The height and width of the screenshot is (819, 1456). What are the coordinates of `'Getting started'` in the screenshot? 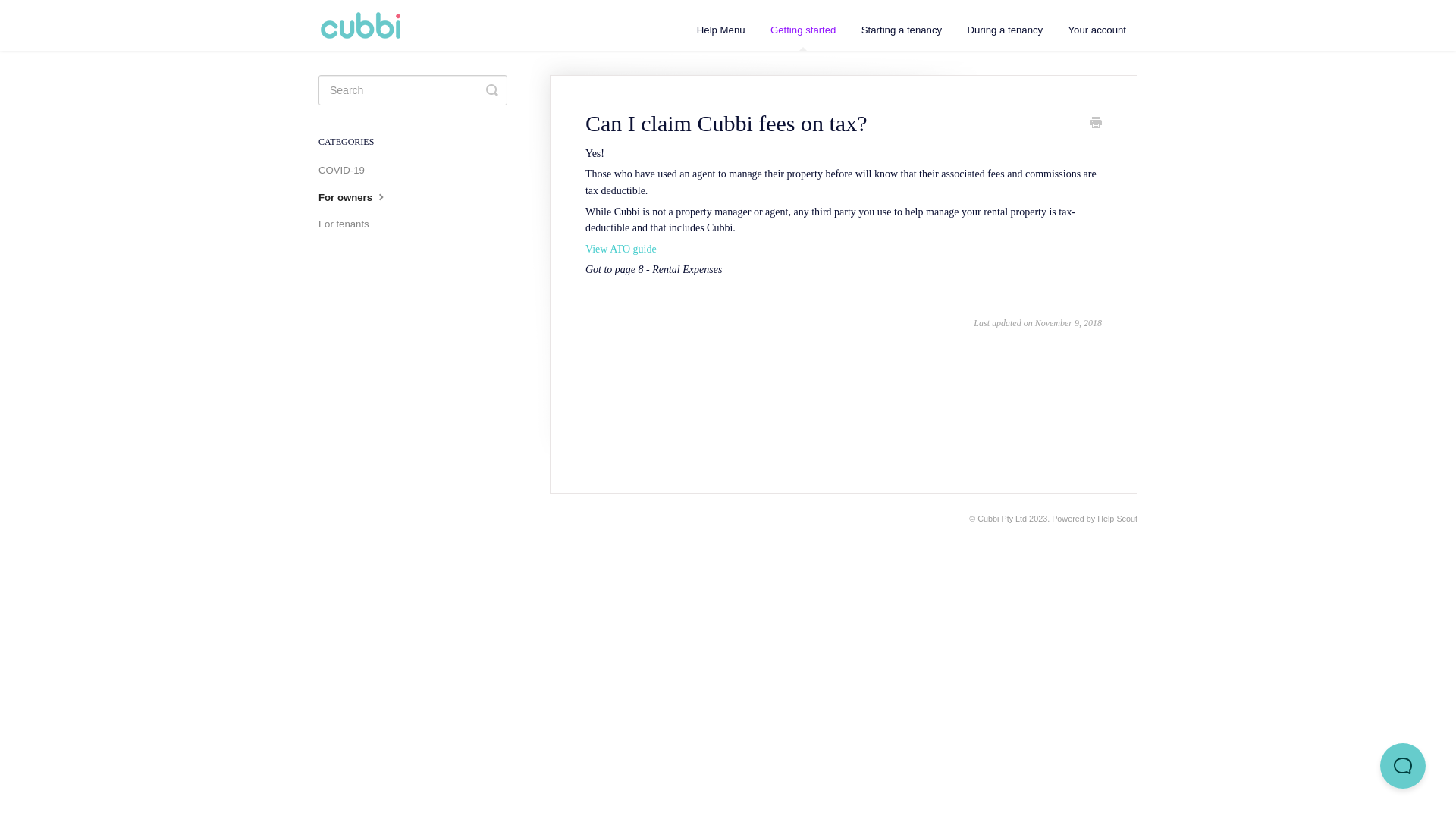 It's located at (802, 30).